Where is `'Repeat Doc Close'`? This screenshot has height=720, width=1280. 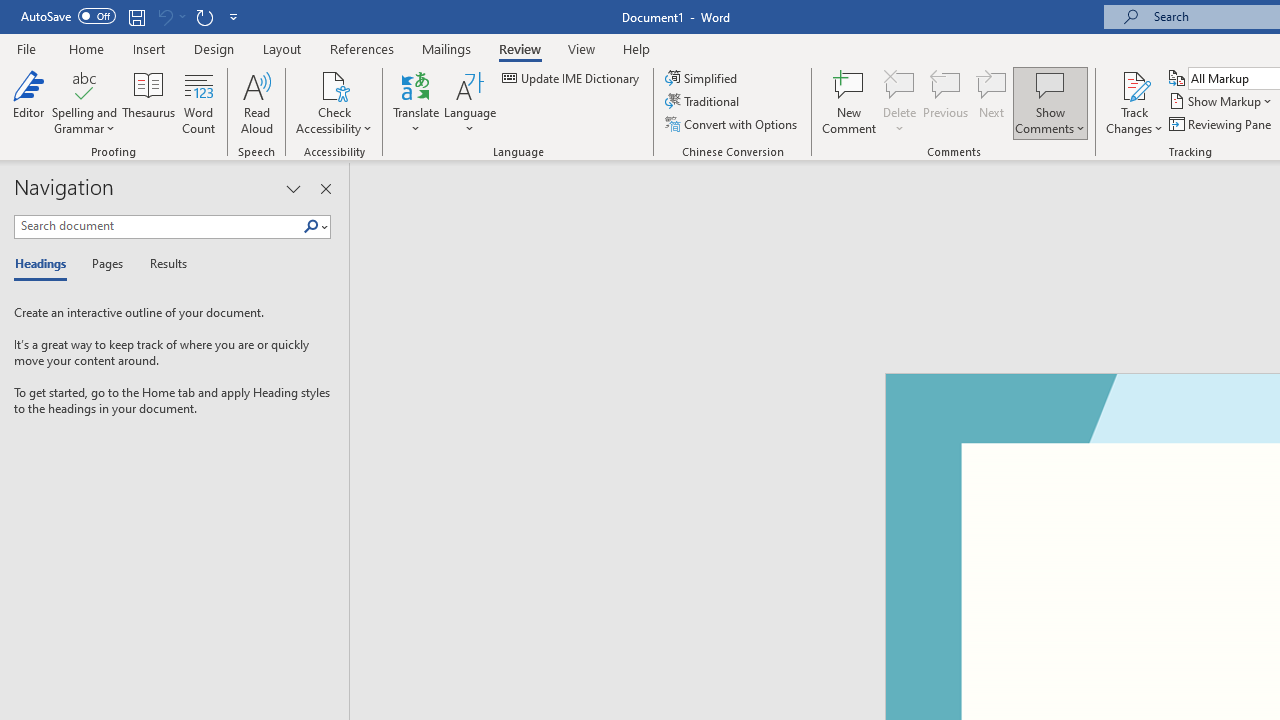 'Repeat Doc Close' is located at coordinates (204, 16).